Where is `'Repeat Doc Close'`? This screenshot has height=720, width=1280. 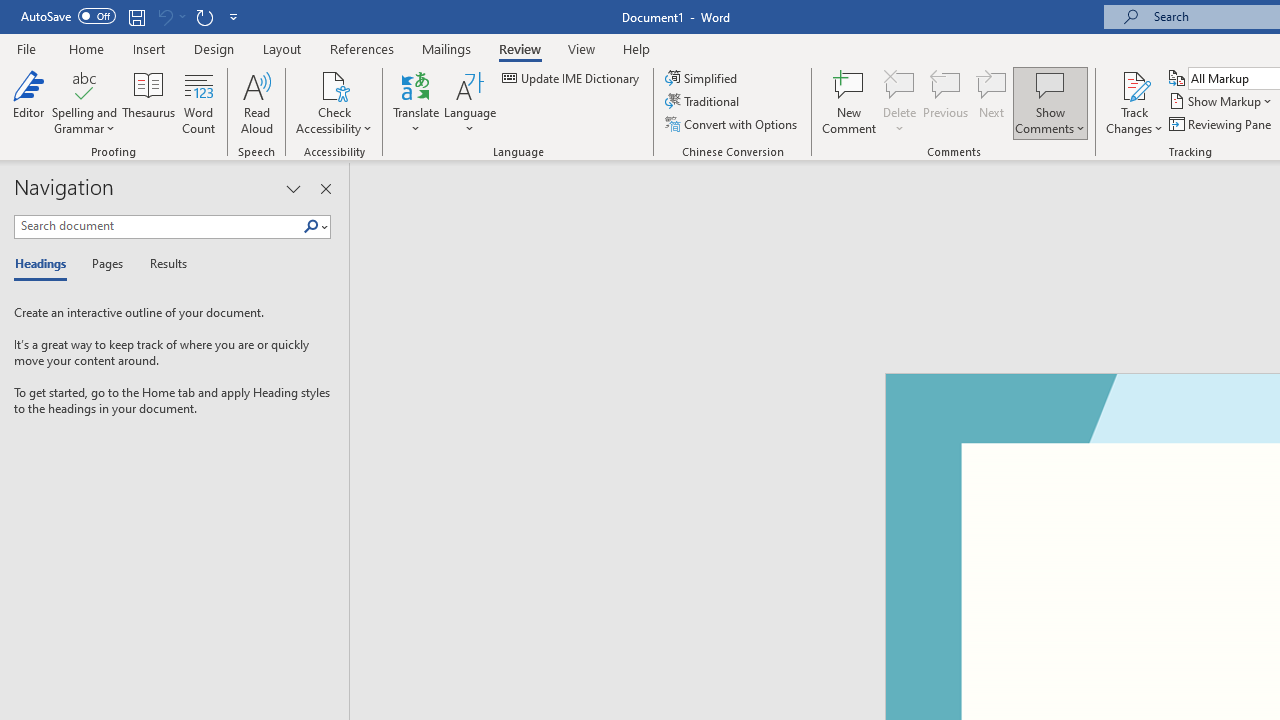 'Repeat Doc Close' is located at coordinates (204, 16).